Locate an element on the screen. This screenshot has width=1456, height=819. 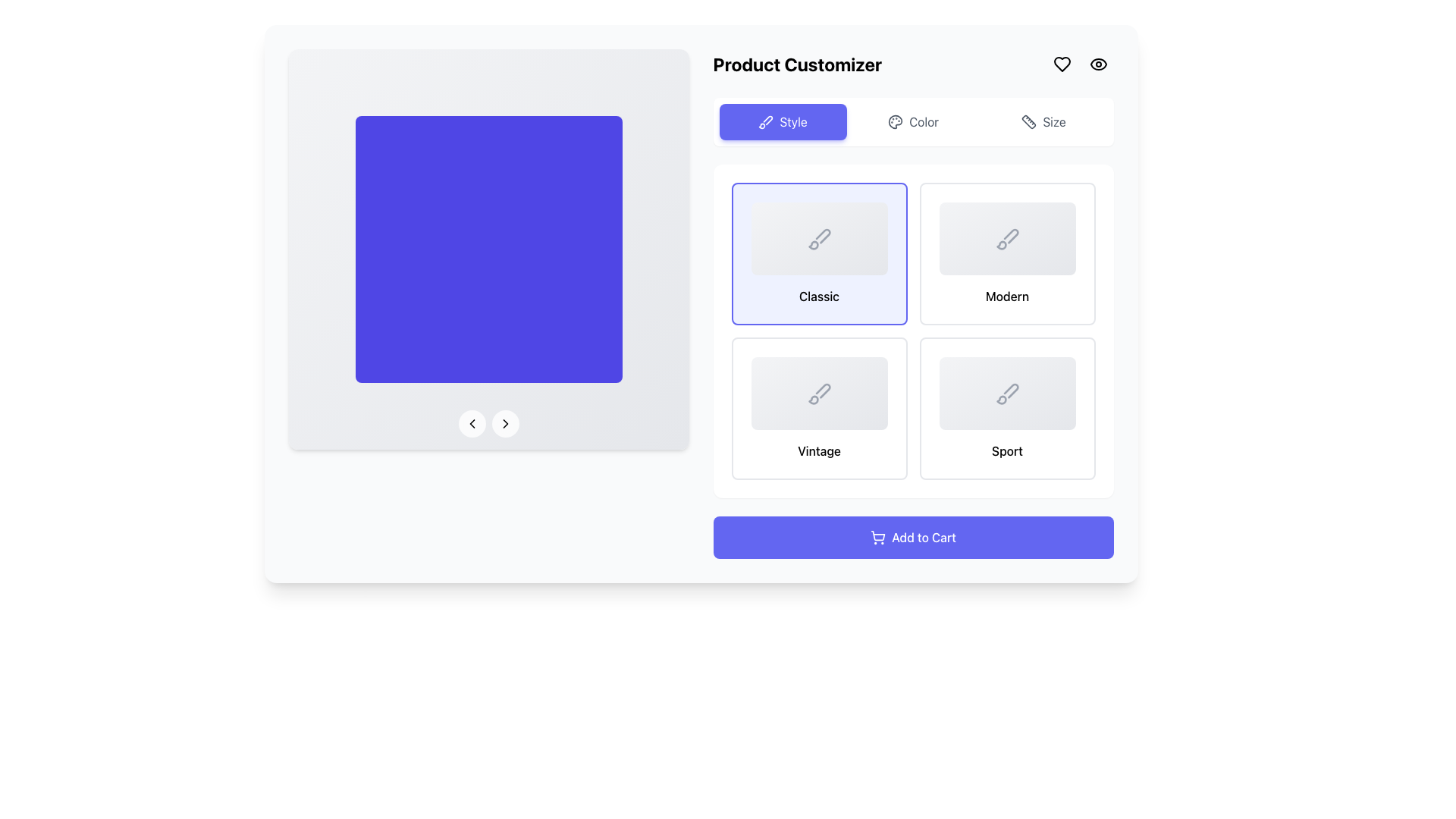
the 'Size' button, which is styled with a rounded rectangle outline and features a ruler icon is located at coordinates (1043, 121).